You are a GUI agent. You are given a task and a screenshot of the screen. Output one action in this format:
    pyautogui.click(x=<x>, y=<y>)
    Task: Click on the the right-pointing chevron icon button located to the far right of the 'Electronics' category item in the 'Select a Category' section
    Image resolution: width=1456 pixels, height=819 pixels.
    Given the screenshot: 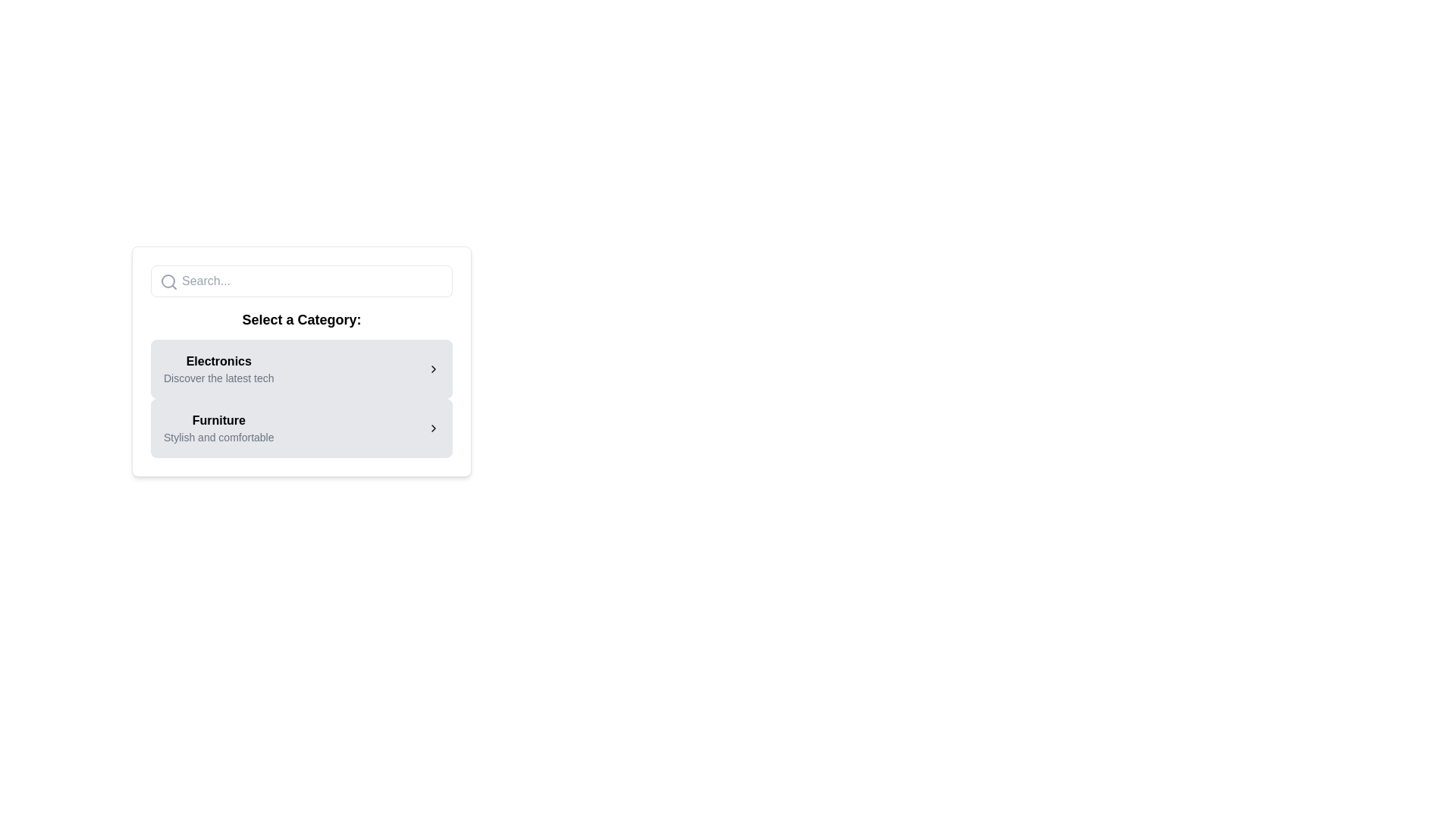 What is the action you would take?
    pyautogui.click(x=432, y=369)
    